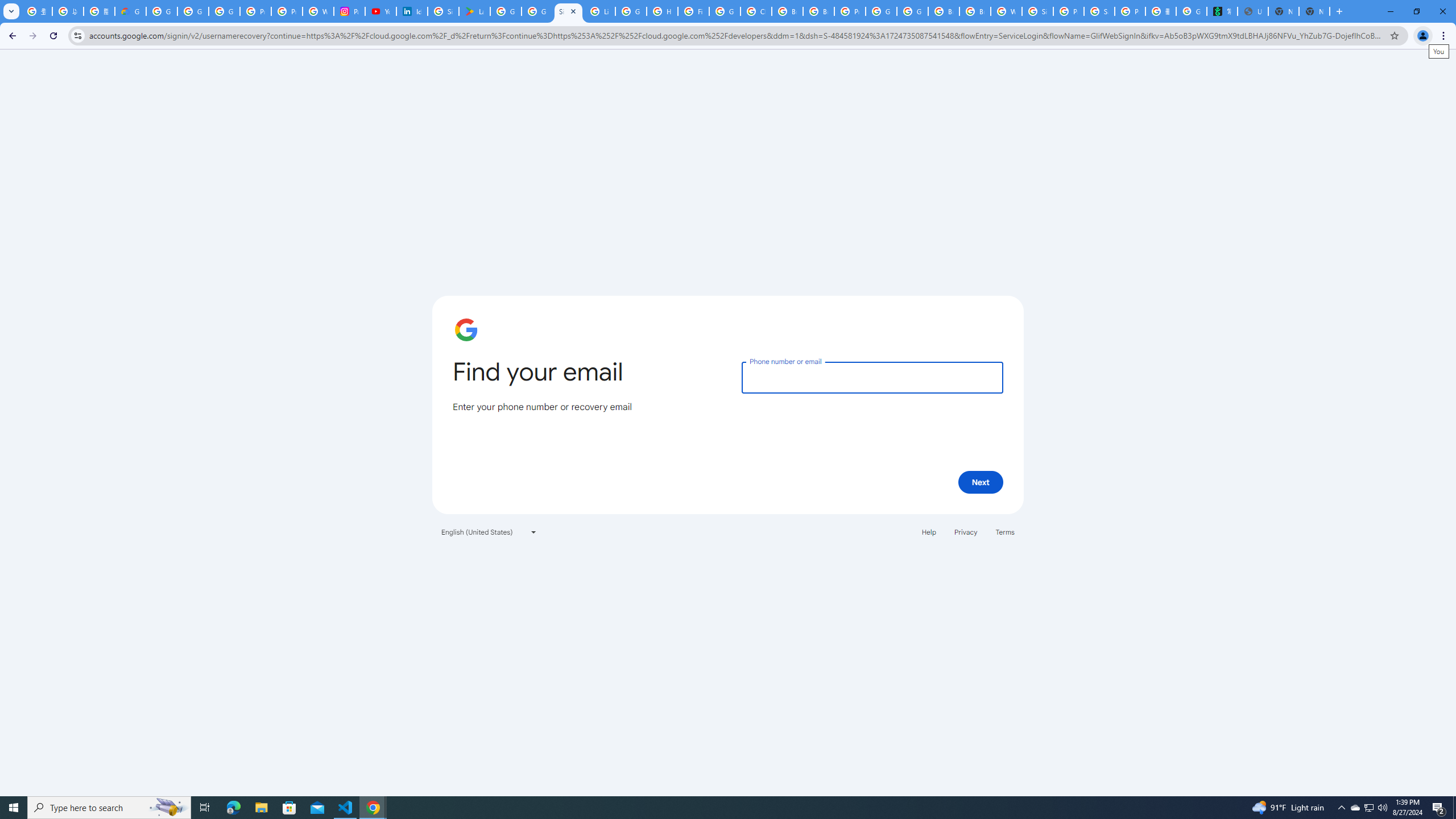  Describe the element at coordinates (568, 11) in the screenshot. I see `'Sign in - Google Accounts'` at that location.